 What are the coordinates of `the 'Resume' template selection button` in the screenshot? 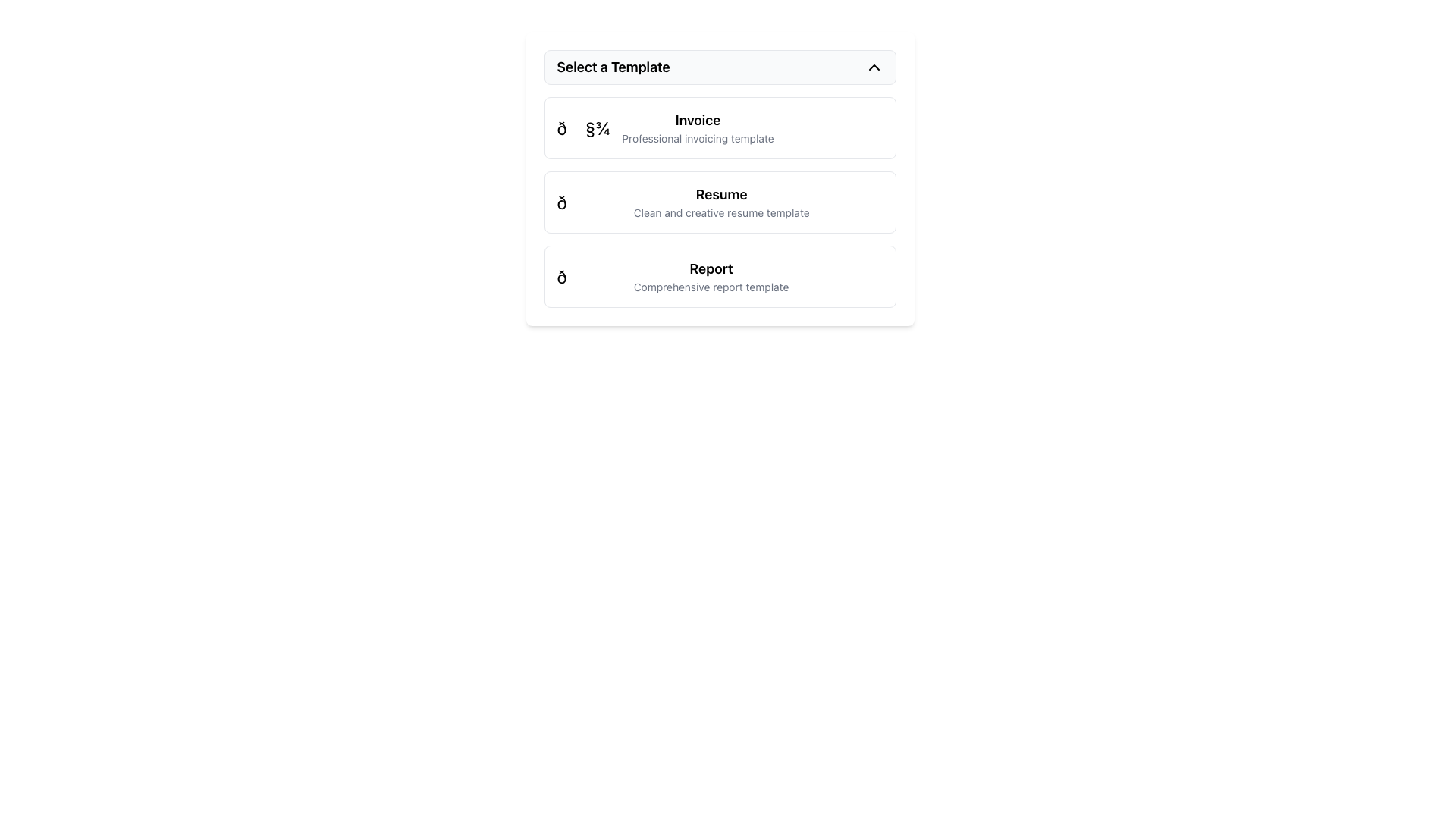 It's located at (719, 177).